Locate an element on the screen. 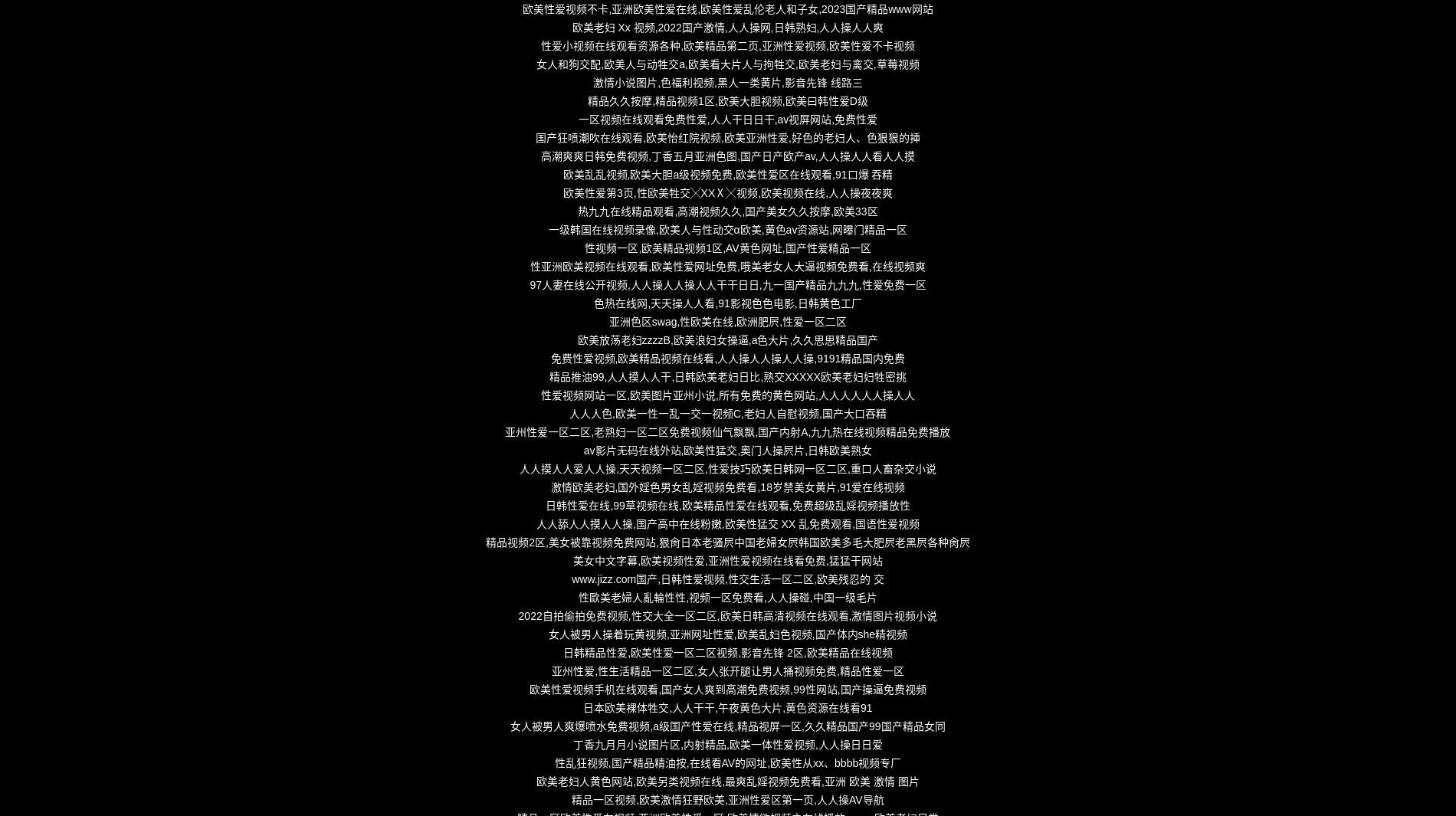  '色热在线网,天天操人人看,91影视色色电影,日韩黄色工厂' is located at coordinates (726, 302).